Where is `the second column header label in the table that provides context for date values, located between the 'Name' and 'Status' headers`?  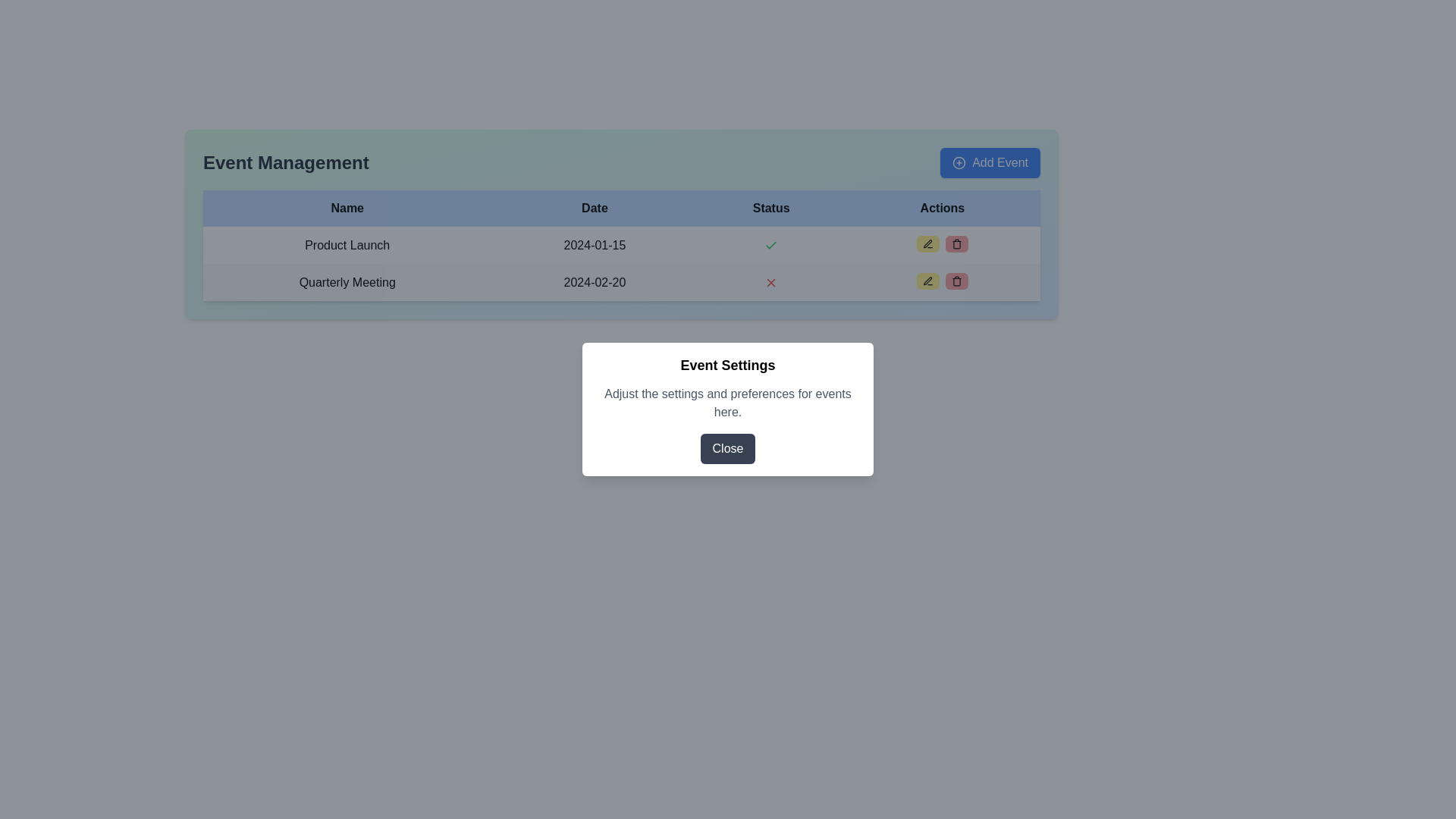
the second column header label in the table that provides context for date values, located between the 'Name' and 'Status' headers is located at coordinates (594, 208).